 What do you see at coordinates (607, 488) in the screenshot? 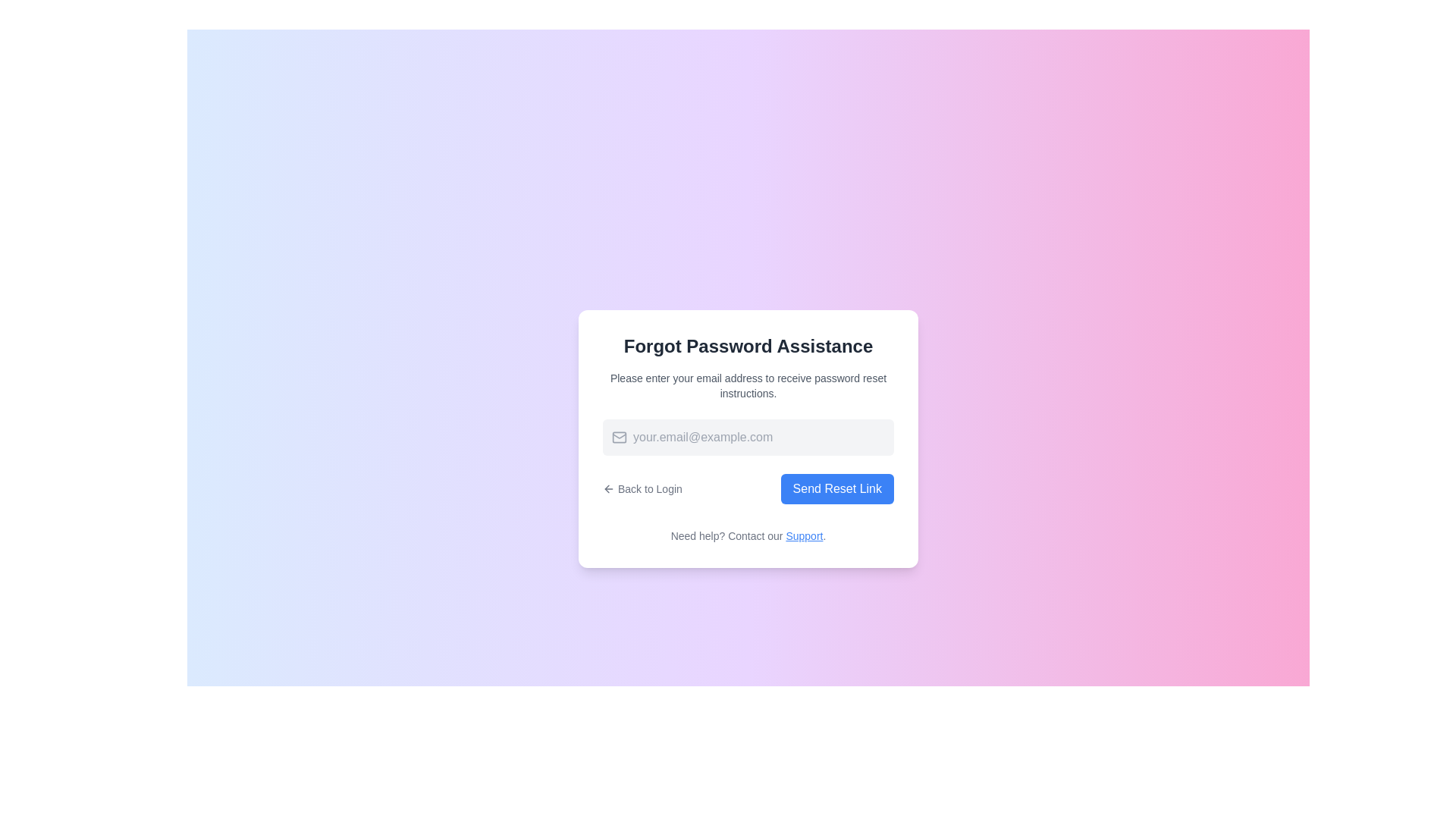
I see `the left-pointing arrow icon, which is part of a compact layout adjacent to the text 'Back to Login'` at bounding box center [607, 488].